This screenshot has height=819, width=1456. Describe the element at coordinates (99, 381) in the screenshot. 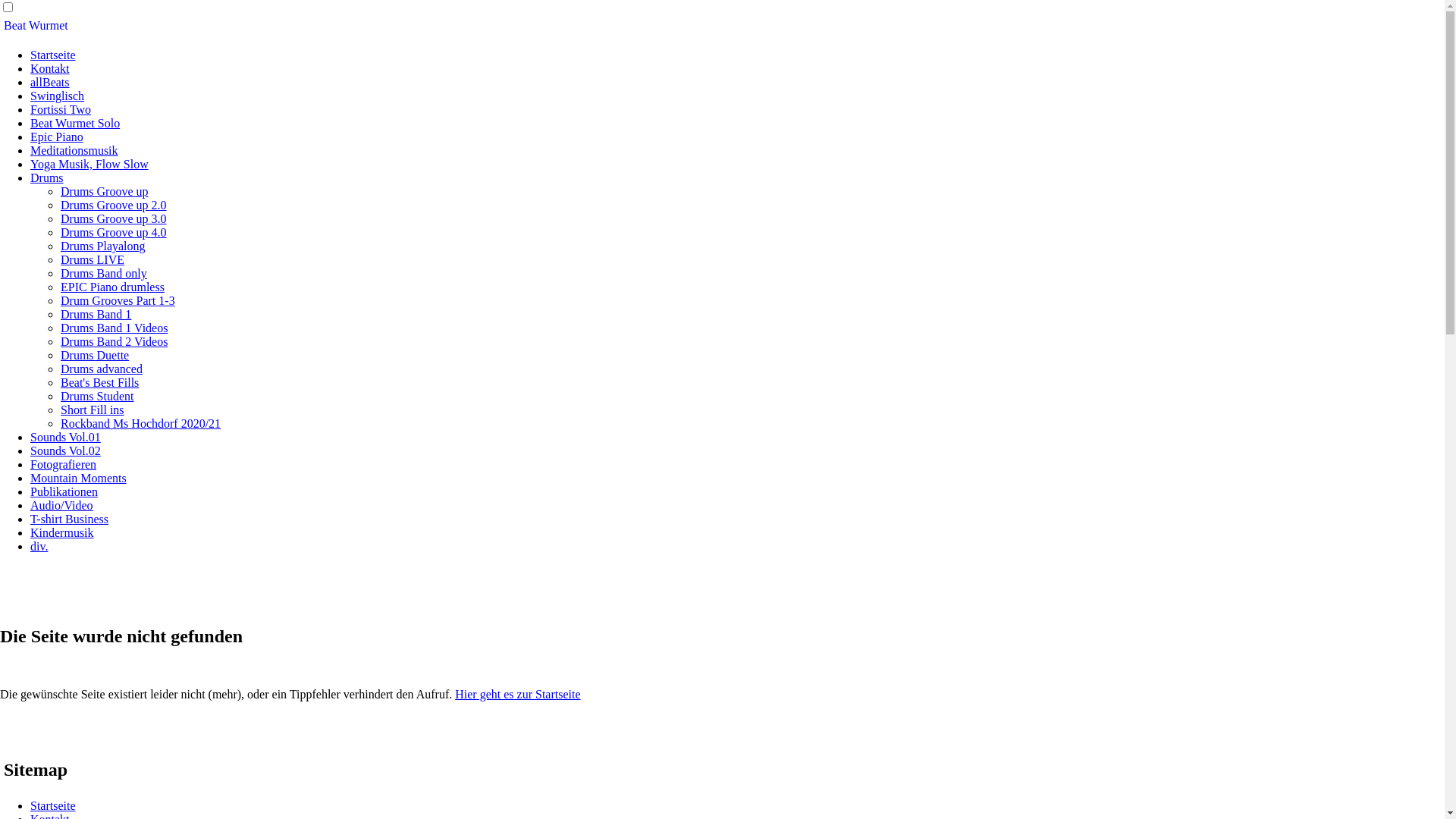

I see `'Beat's Best Fills'` at that location.